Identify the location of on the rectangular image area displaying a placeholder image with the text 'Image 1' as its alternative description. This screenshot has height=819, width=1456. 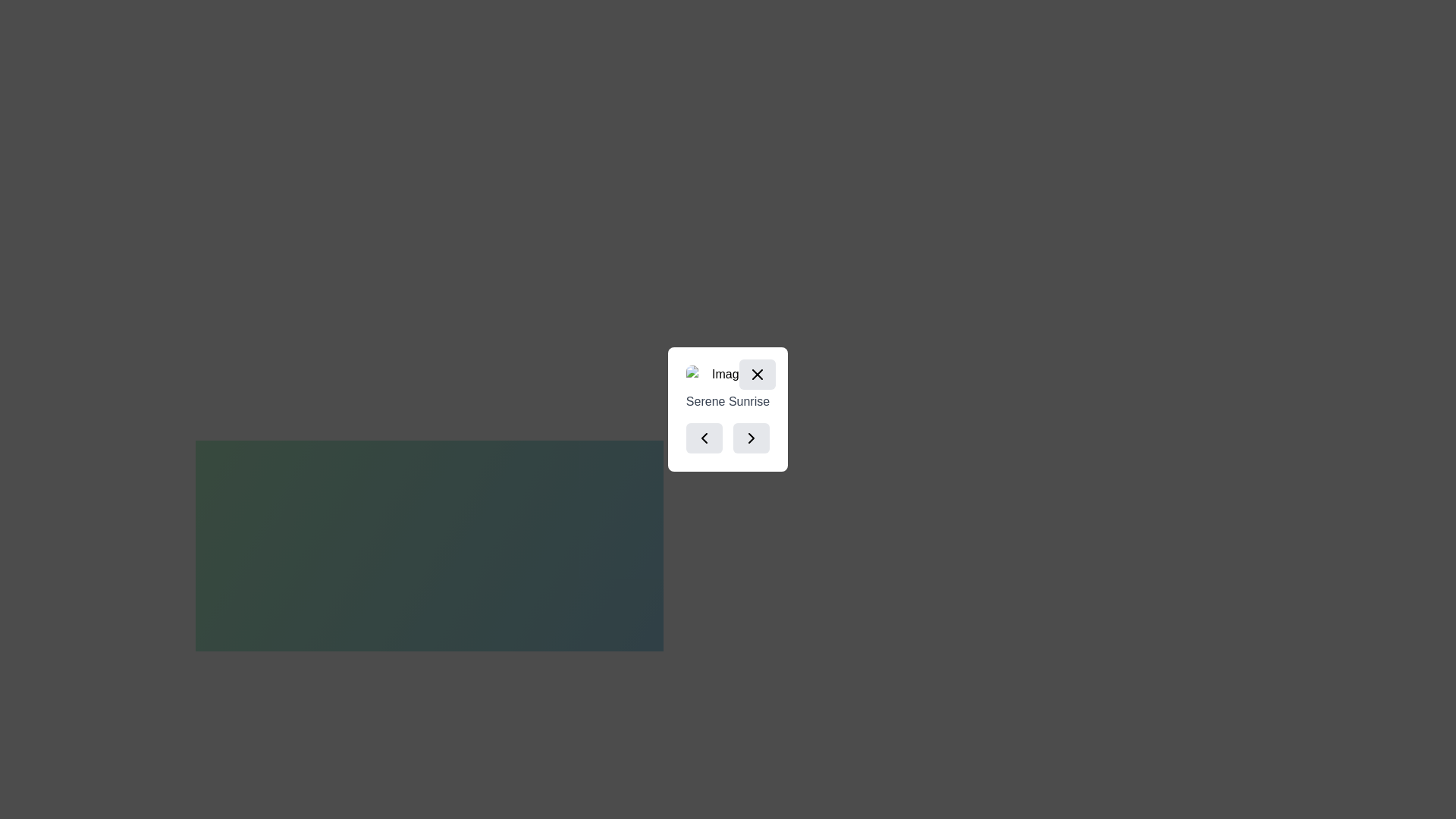
(728, 374).